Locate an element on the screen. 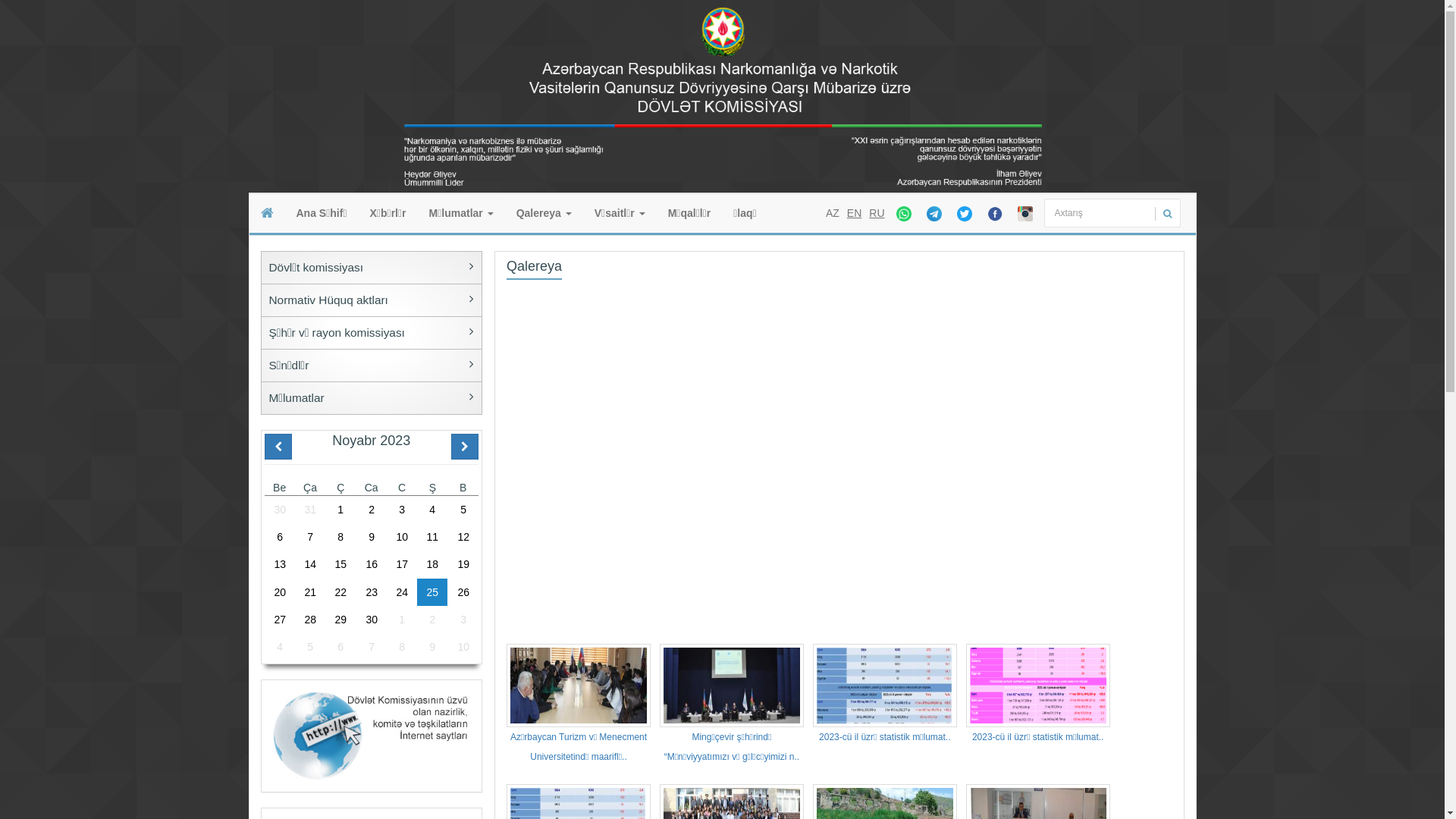 This screenshot has height=819, width=1456. '11' is located at coordinates (431, 536).